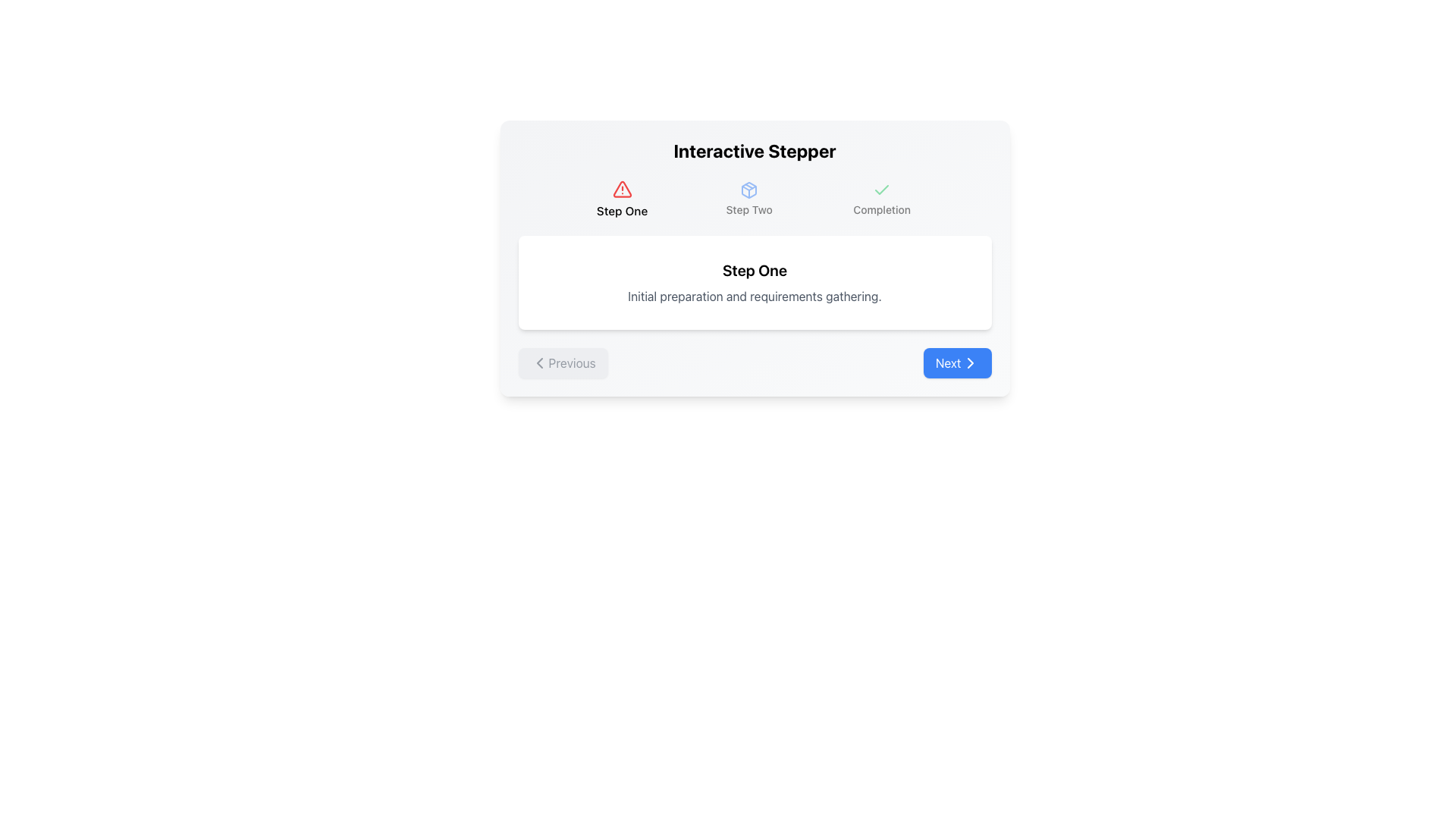  I want to click on the 'Previous' button with a light gray background and rounded corners, located at the bottom-left corner of the navigation bar, so click(562, 362).